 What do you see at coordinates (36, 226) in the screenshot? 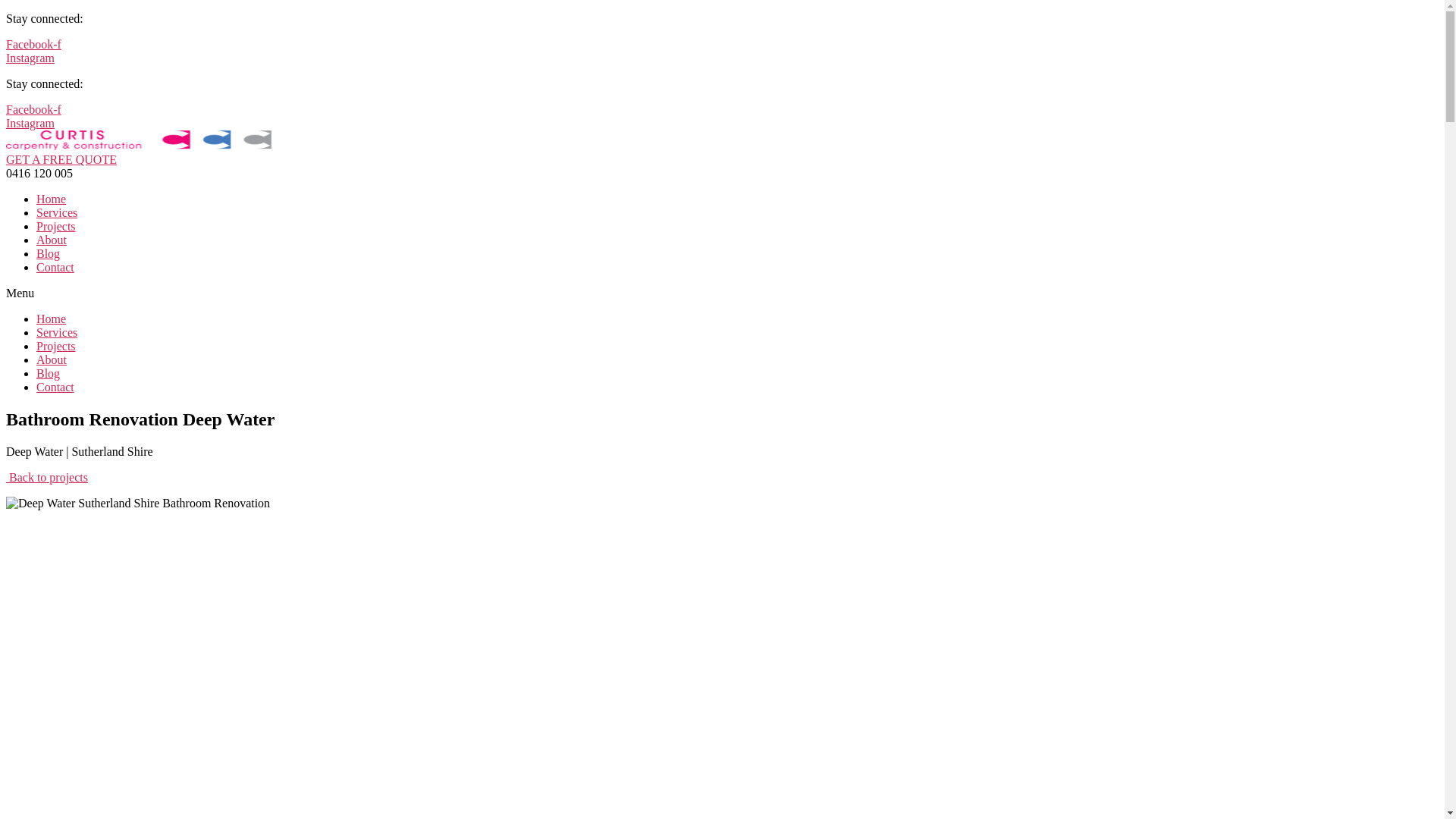
I see `'Projects'` at bounding box center [36, 226].